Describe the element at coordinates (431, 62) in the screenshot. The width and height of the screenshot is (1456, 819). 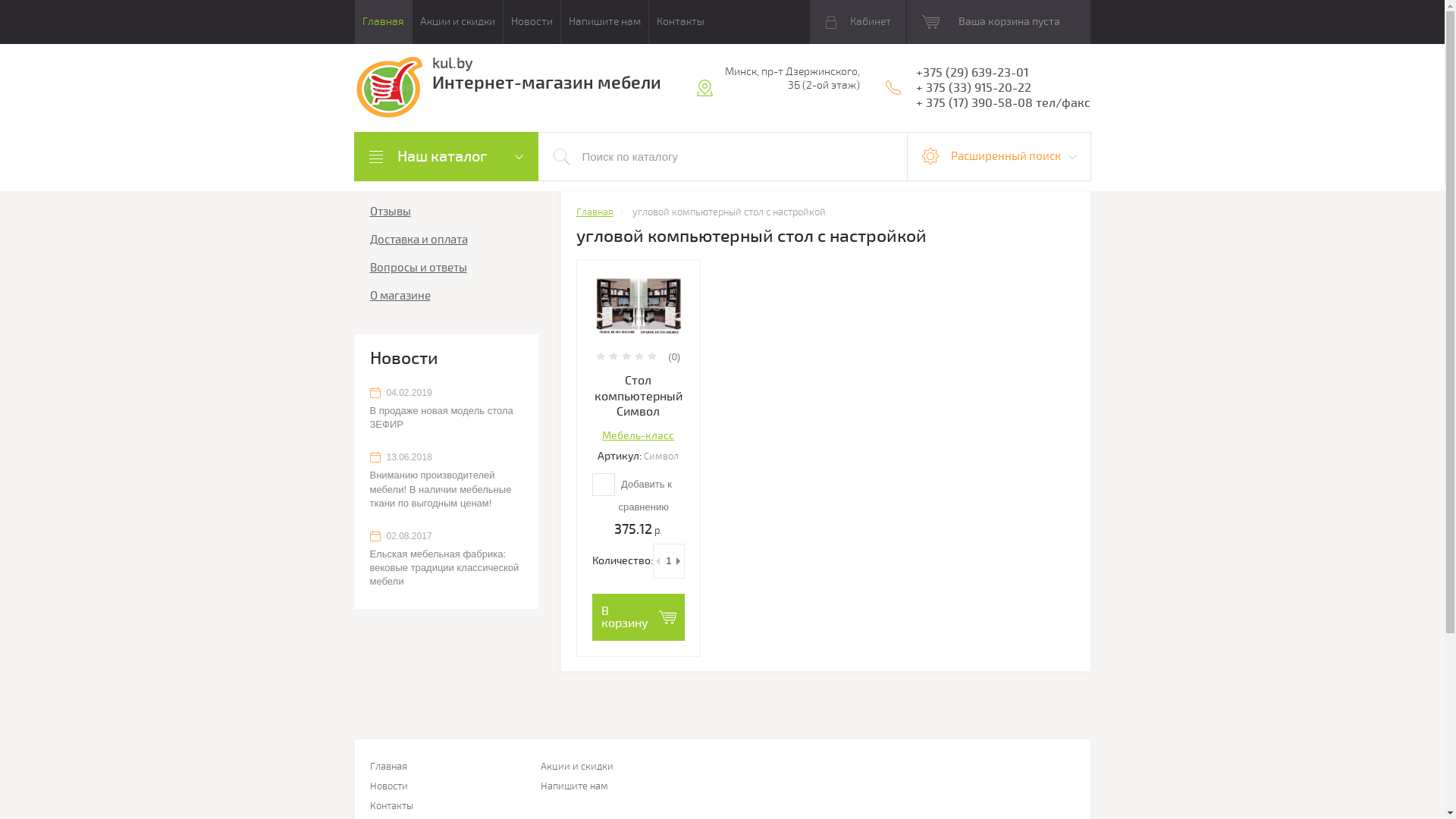
I see `'kul.by'` at that location.